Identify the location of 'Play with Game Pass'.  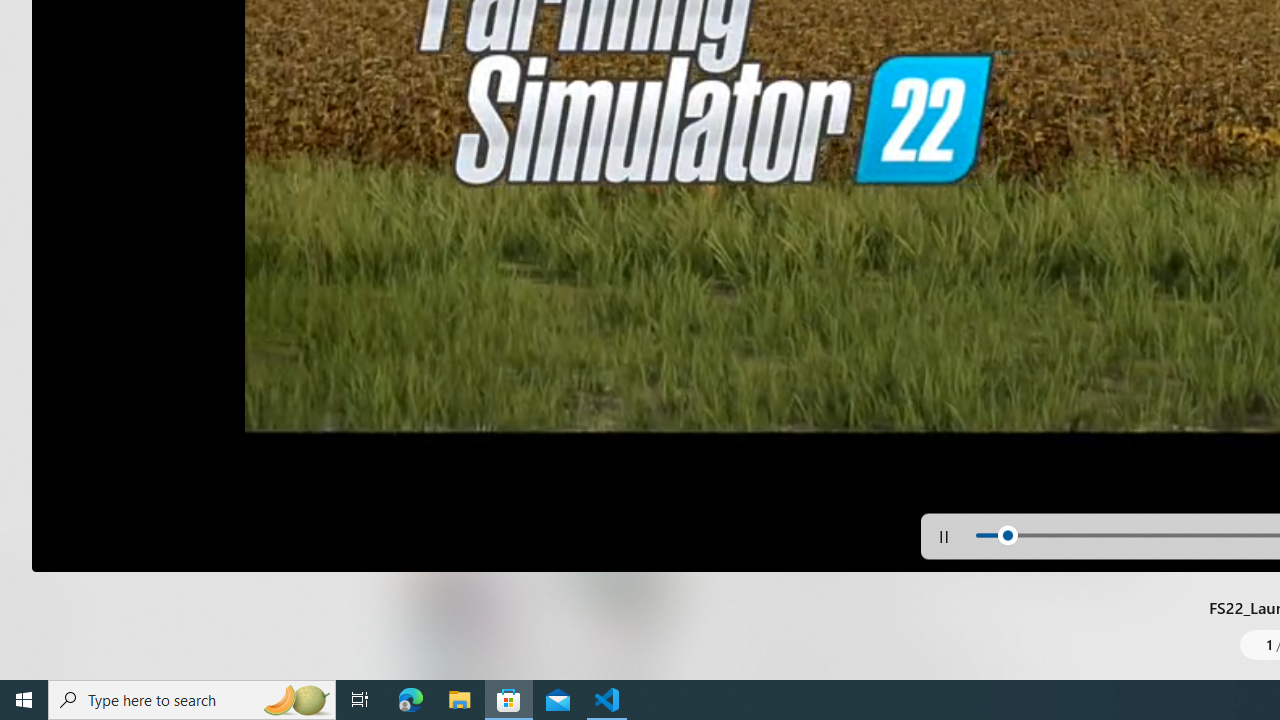
(767, 420).